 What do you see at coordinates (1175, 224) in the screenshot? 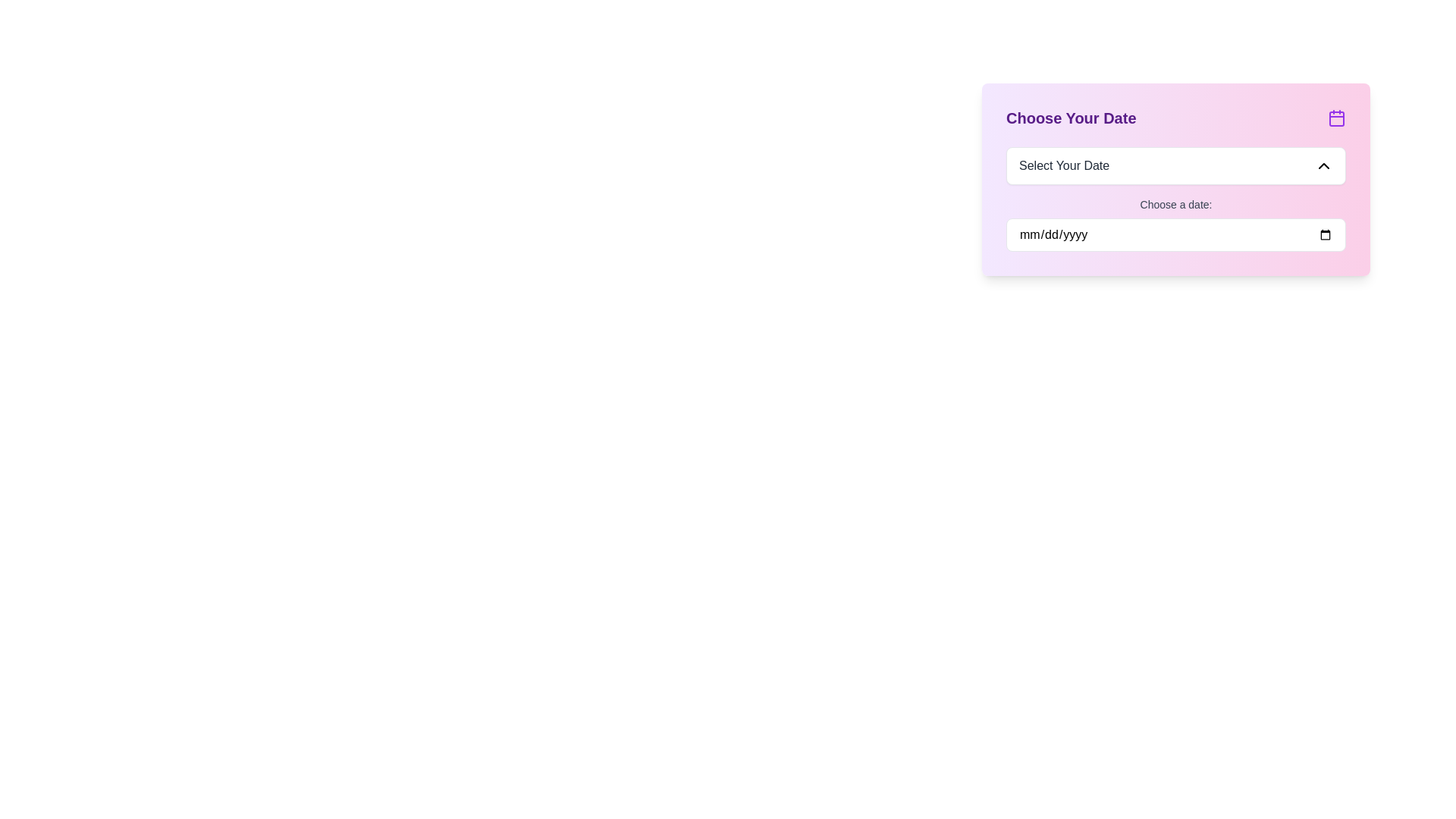
I see `the Date Picker Input Field labeled 'Choose a date:' to activate the input for date selection` at bounding box center [1175, 224].